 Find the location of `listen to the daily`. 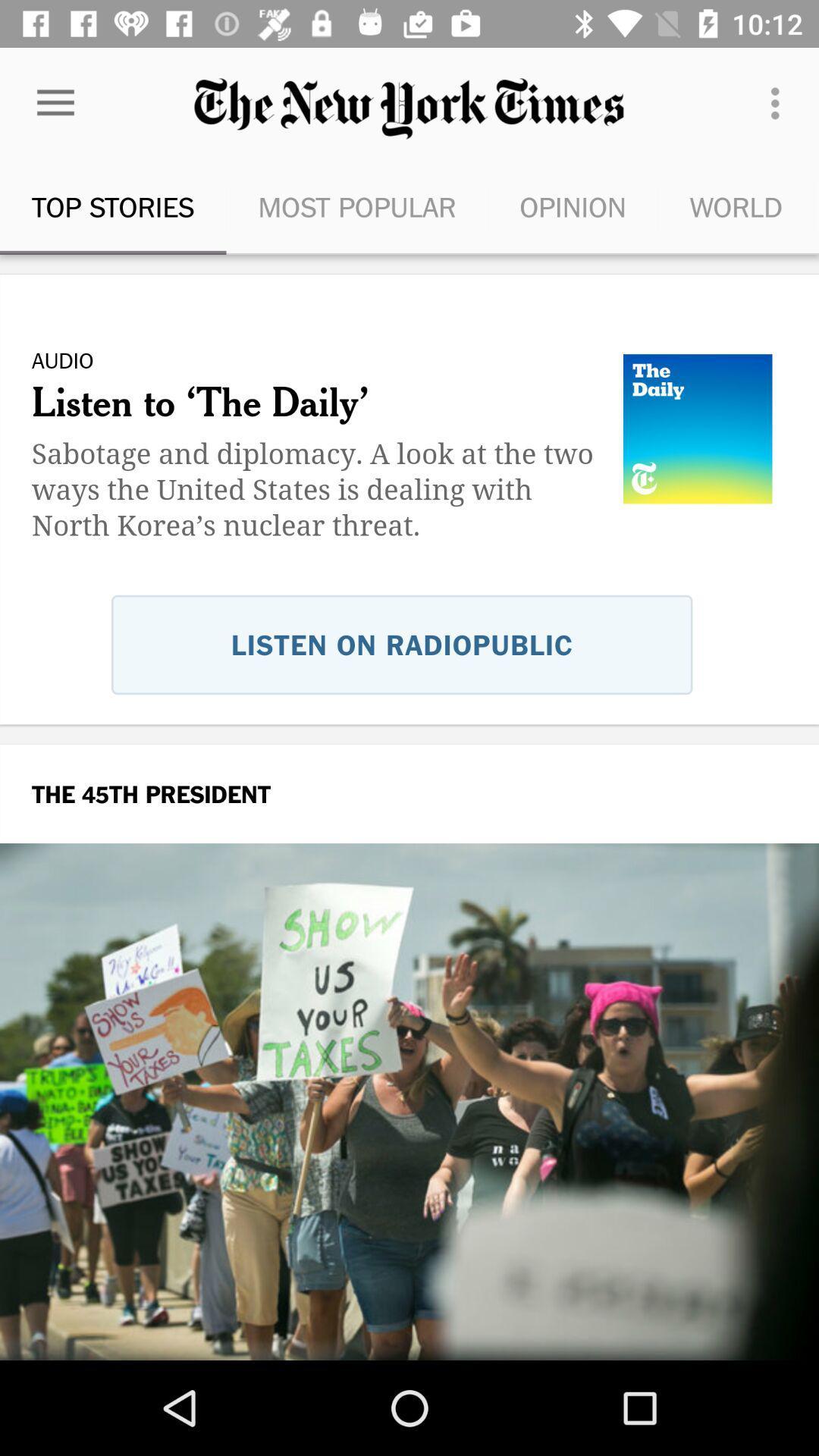

listen to the daily is located at coordinates (409, 535).